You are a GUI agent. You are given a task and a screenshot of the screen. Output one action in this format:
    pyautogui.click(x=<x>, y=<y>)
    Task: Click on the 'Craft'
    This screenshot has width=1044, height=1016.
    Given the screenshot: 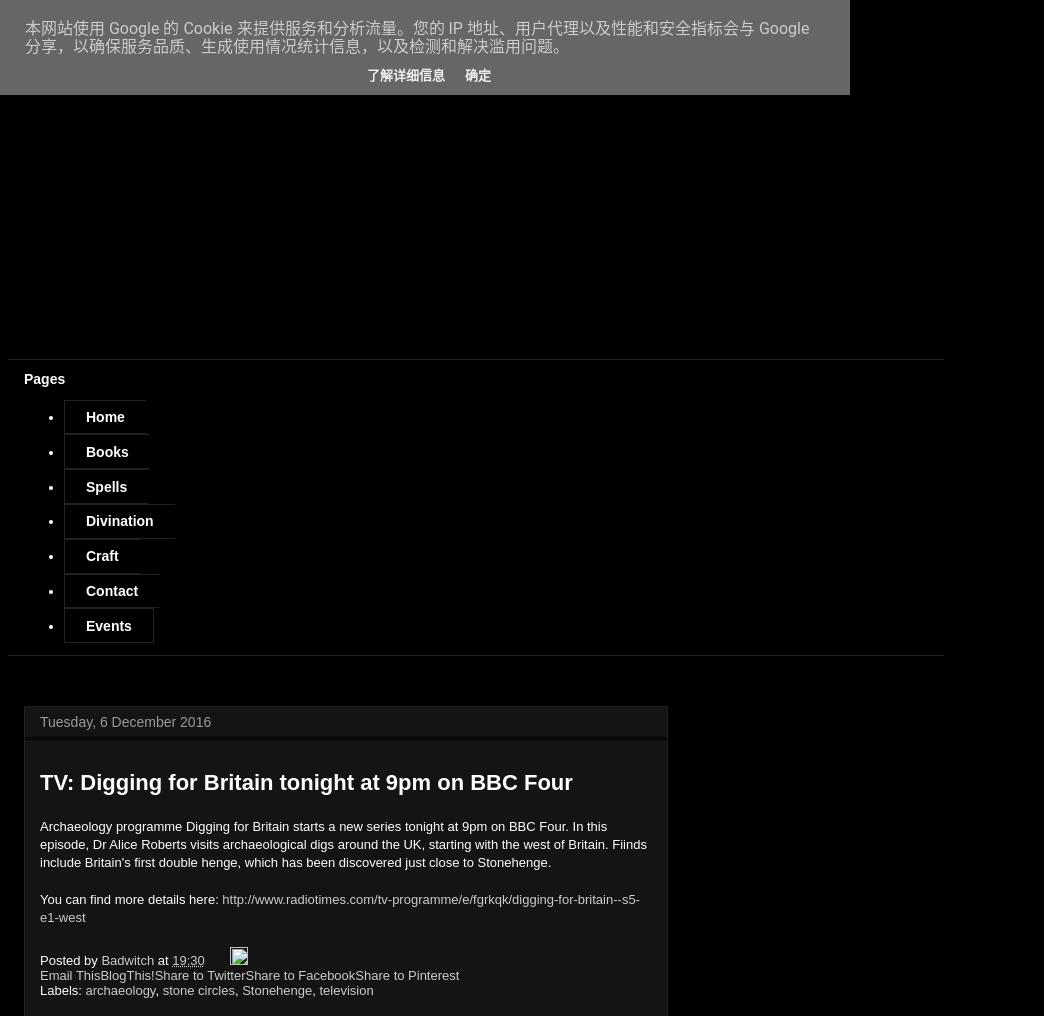 What is the action you would take?
    pyautogui.click(x=86, y=554)
    